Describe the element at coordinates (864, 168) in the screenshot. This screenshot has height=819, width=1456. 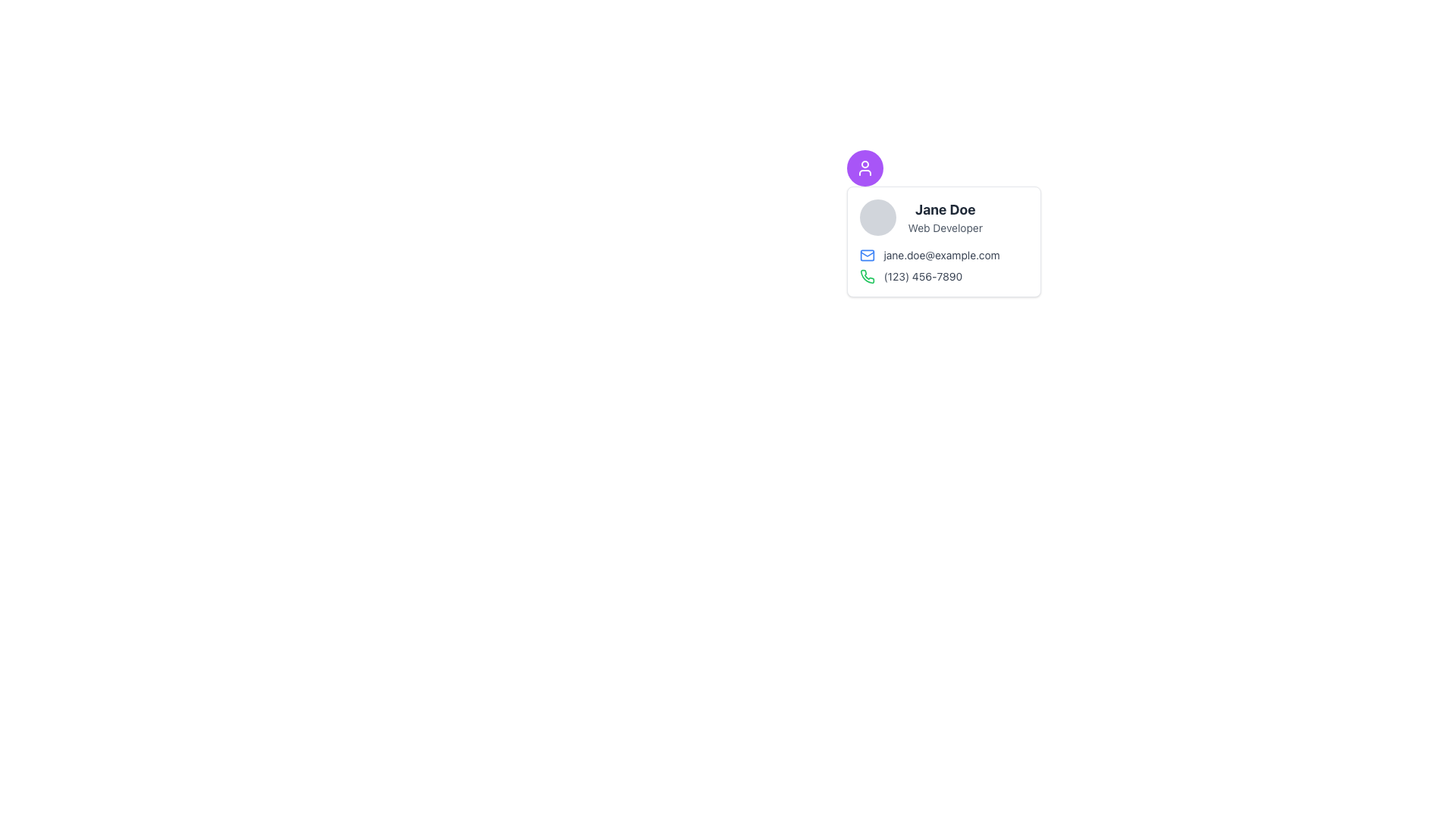
I see `the user profile icon, which is part of a circular button with a purple background located in the upper-left corner of the user information card` at that location.